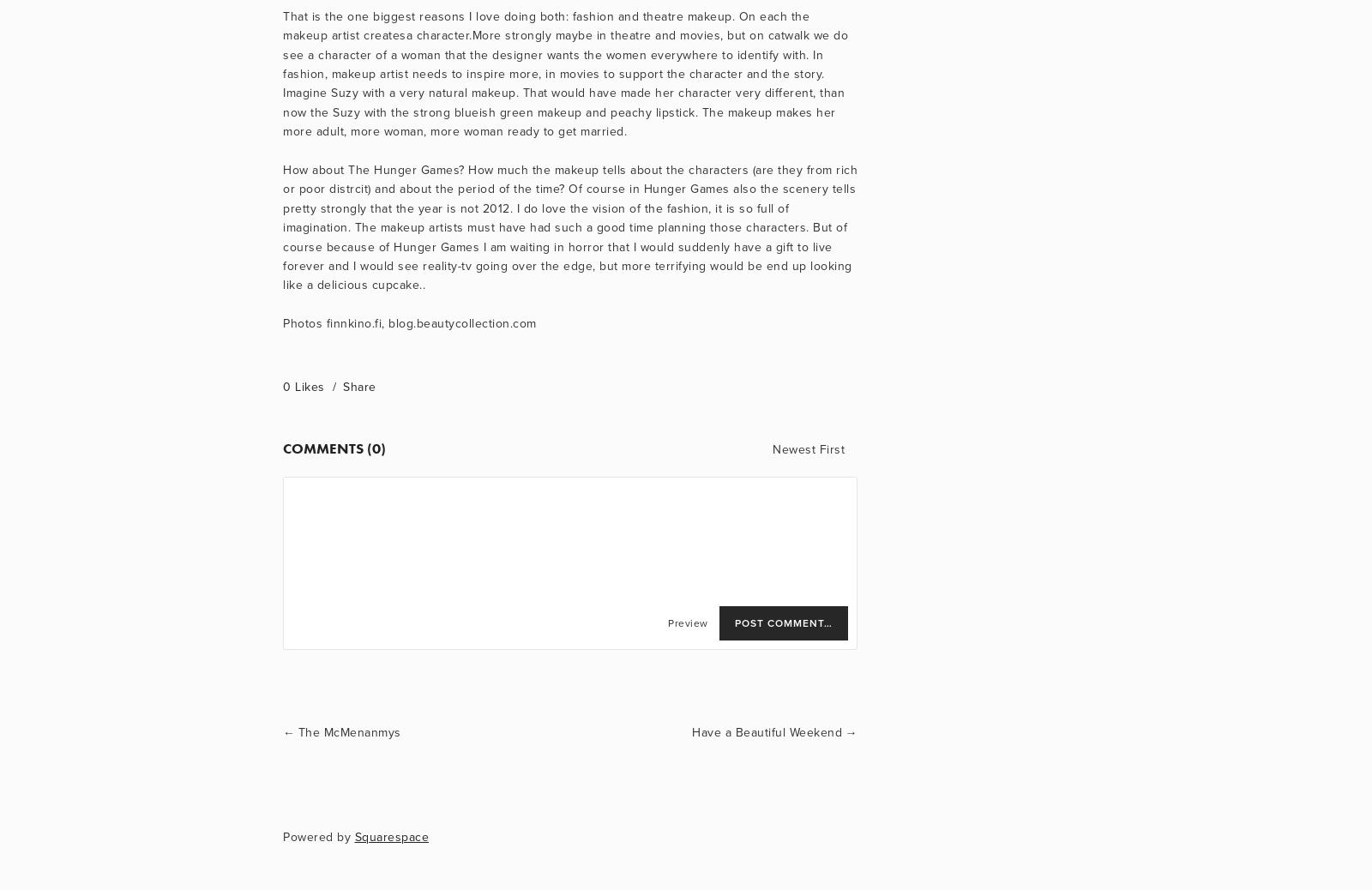  Describe the element at coordinates (565, 73) in the screenshot. I see `'That is the one biggest reasons I love doing both: fashion and theatre makeup. On each the makeup artist createsa character.More strongly maybe in theatre and movies, but on catwalk we do see a character of a woman that the designer wants the women everywhere to identify with. In fashion, makeup artist needs to inspire more, in movies to support the character and the story. Imagine Suzy with a very natural makeup. That would have made her character very different, than now the Suzy with the strong blueish green makeup and peachy lipstick. The makeup makes her more adult, more woman, more woman ready to get married.'` at that location.